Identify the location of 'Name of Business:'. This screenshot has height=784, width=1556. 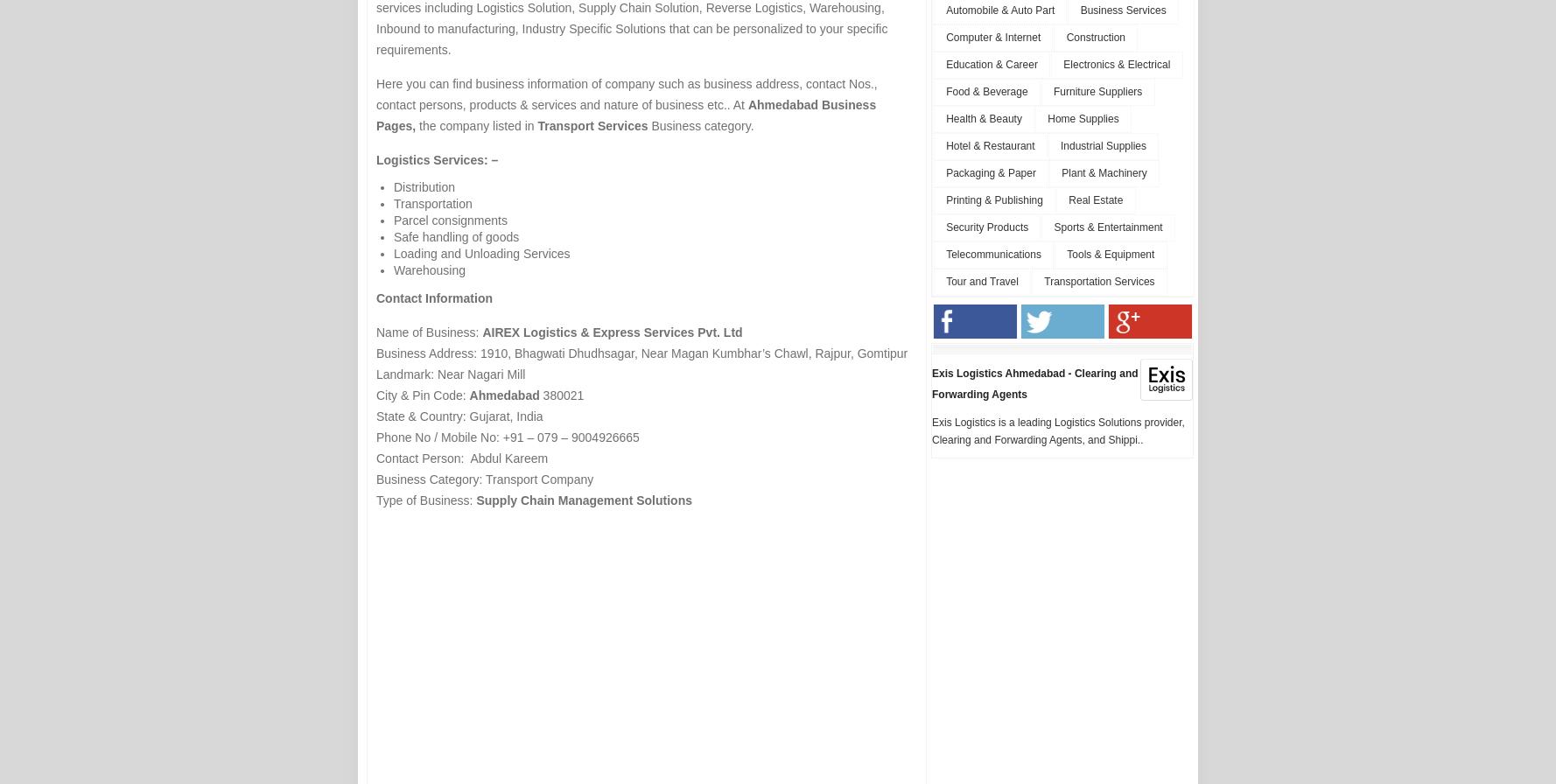
(428, 332).